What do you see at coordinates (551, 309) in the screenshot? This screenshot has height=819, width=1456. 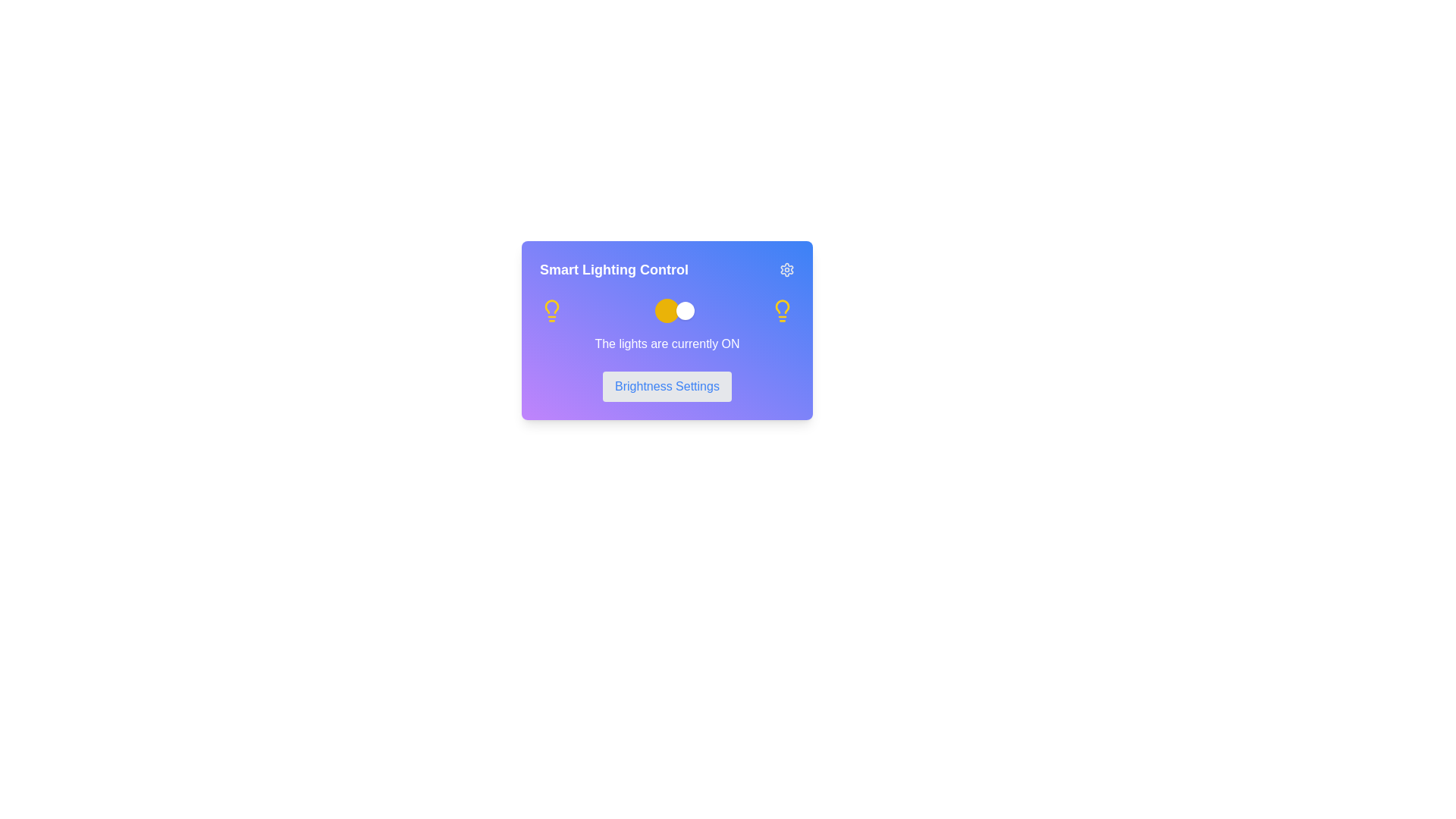 I see `the lighting control icon located at the left side of the horizontal panel inside the purple card, which serves as a visual indicator for toggling or indicating the state of the lighting system` at bounding box center [551, 309].